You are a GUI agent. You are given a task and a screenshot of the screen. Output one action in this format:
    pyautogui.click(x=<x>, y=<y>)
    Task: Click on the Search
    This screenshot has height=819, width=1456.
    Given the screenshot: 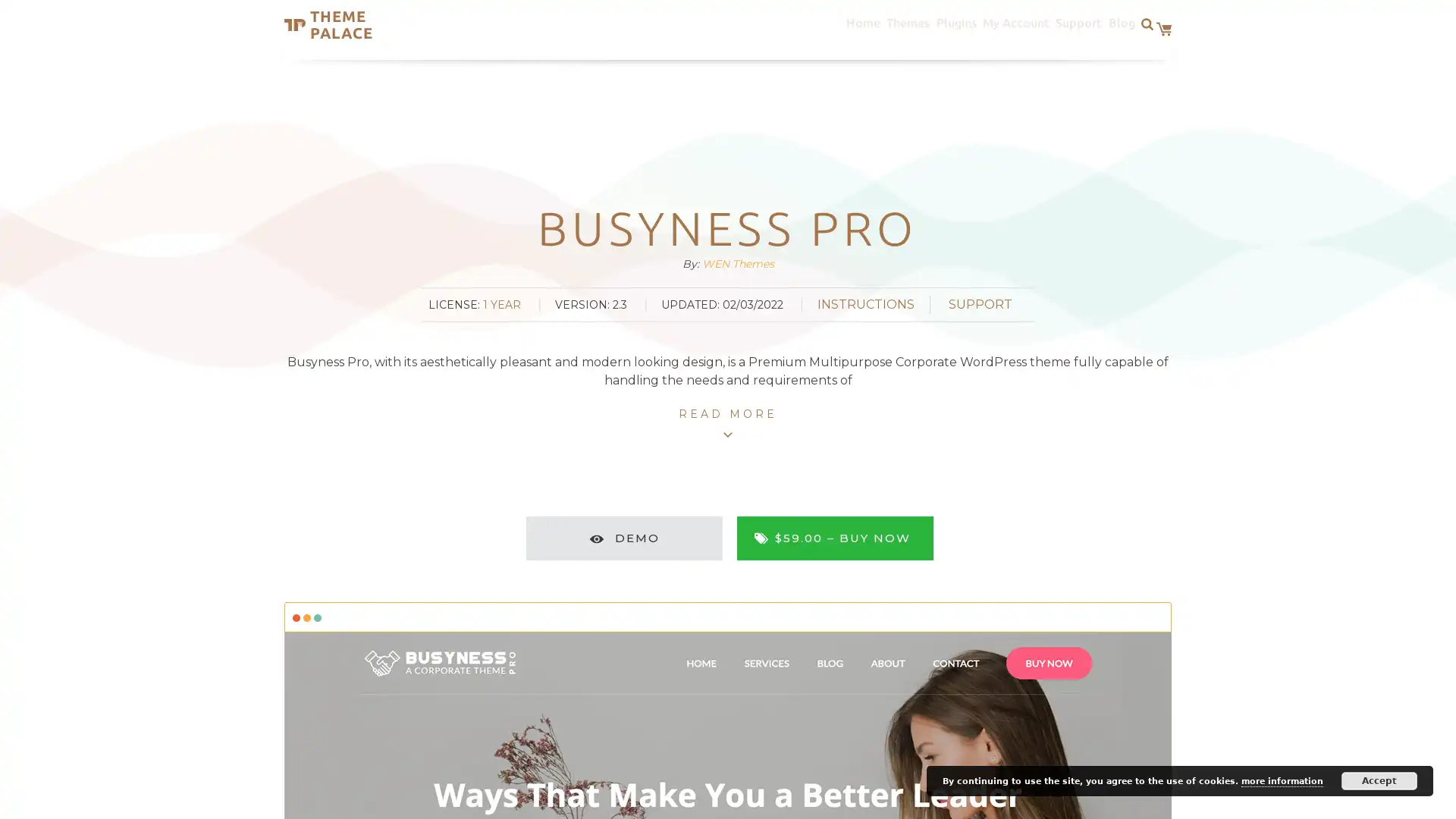 What is the action you would take?
    pyautogui.click(x=468, y=34)
    